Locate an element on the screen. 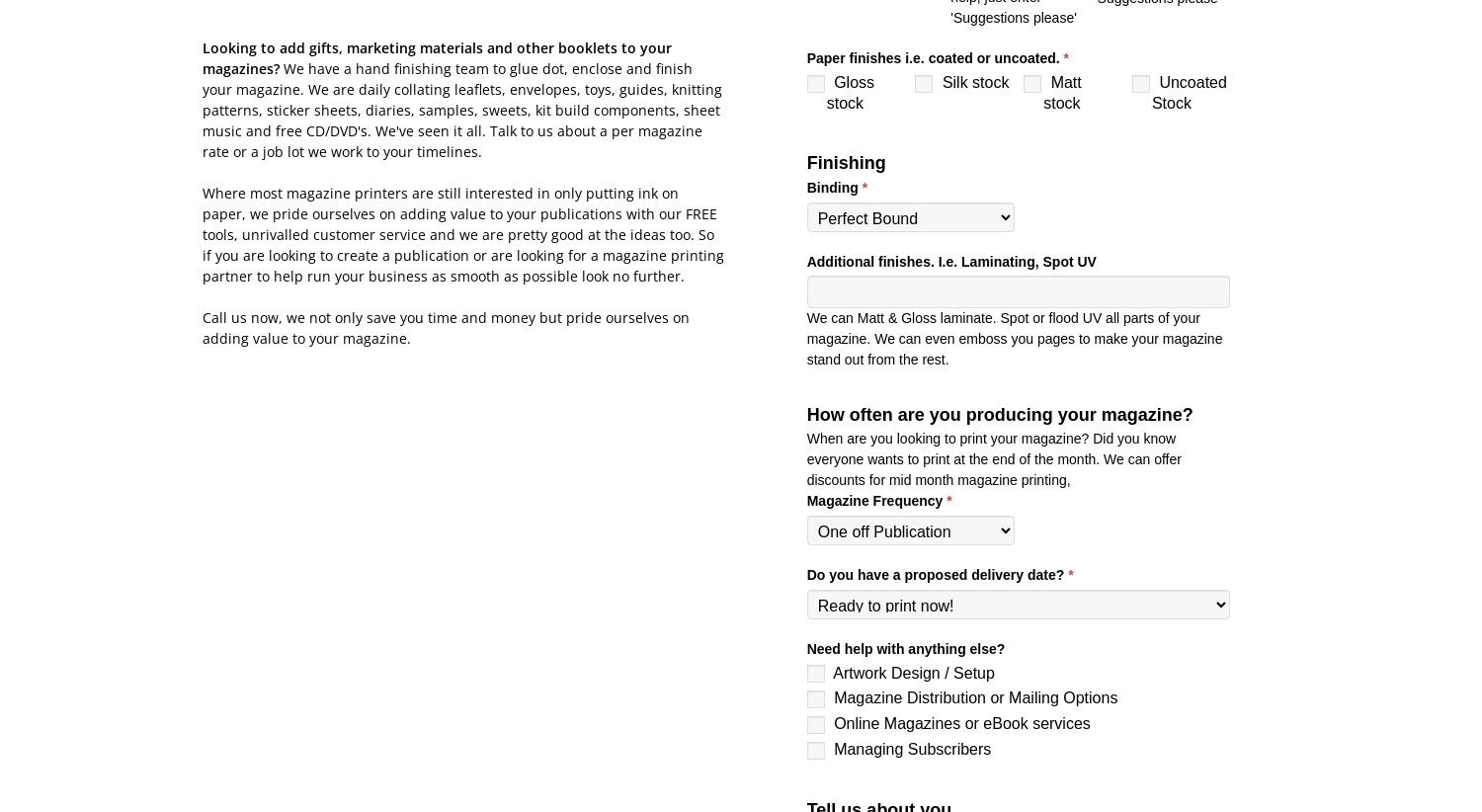  'Uncoated Stock' is located at coordinates (1188, 90).